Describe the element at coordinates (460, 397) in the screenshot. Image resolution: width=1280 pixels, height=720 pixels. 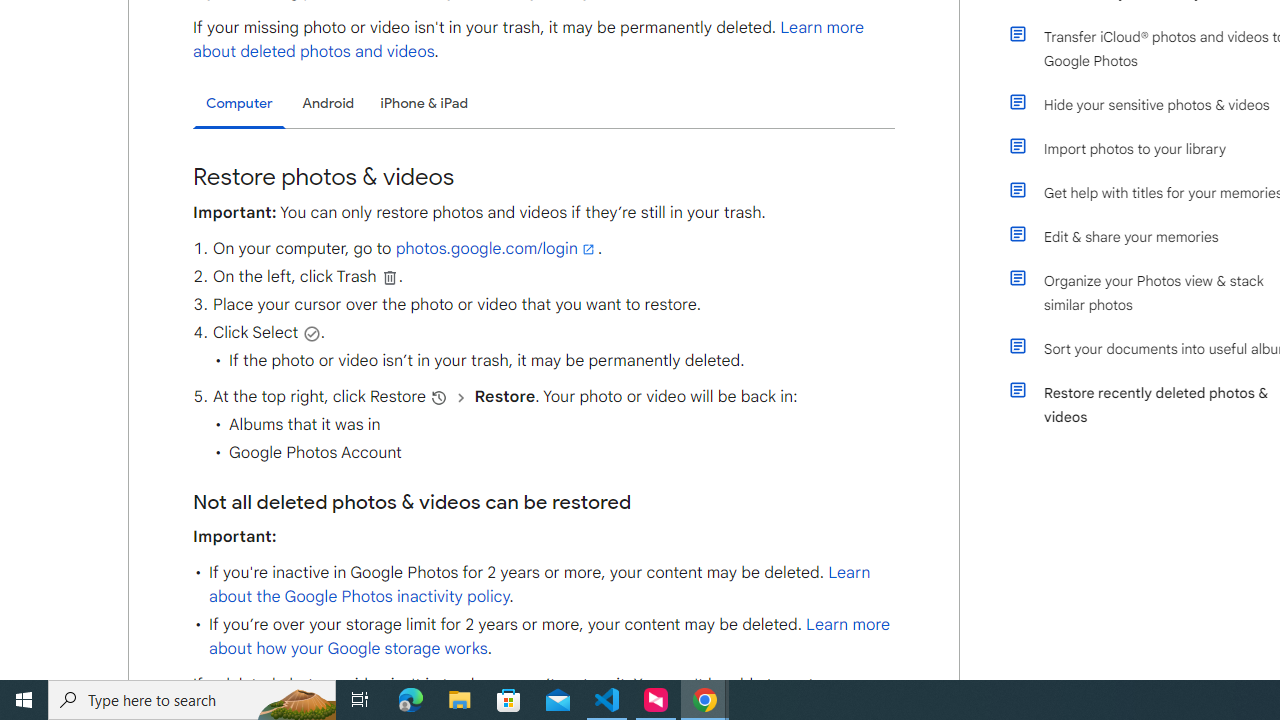
I see `'and then'` at that location.